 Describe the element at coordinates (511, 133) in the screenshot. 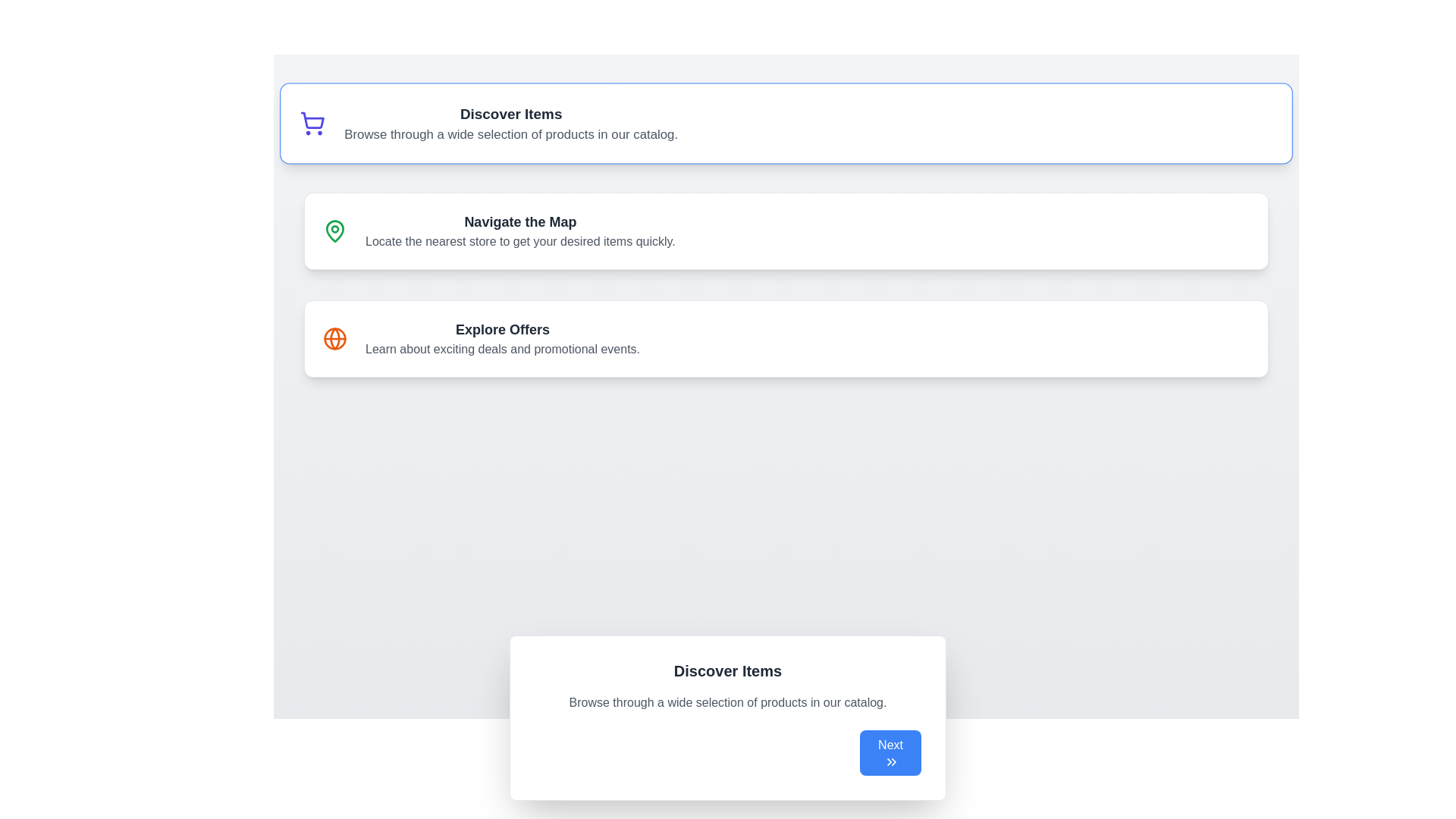

I see `the explanatory text located directly under the 'Discover Items' heading in the top card section of the page` at that location.